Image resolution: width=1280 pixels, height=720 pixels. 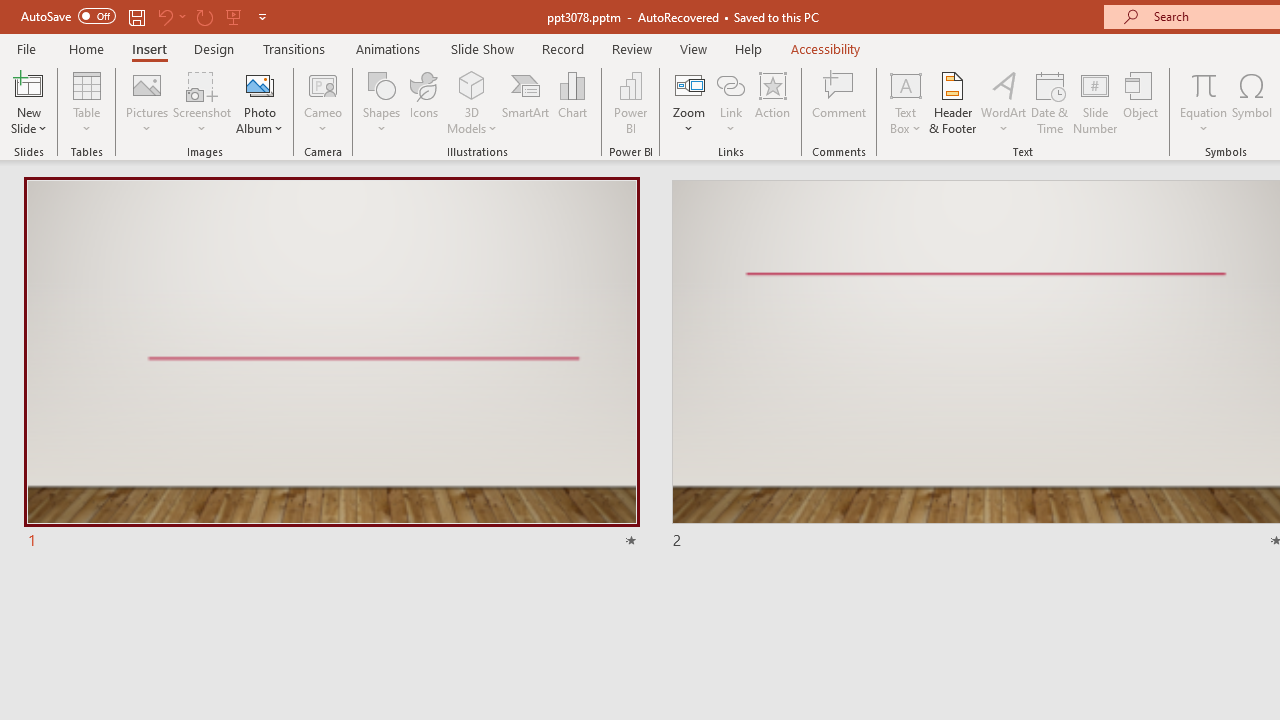 I want to click on 'Equation', so click(x=1202, y=103).